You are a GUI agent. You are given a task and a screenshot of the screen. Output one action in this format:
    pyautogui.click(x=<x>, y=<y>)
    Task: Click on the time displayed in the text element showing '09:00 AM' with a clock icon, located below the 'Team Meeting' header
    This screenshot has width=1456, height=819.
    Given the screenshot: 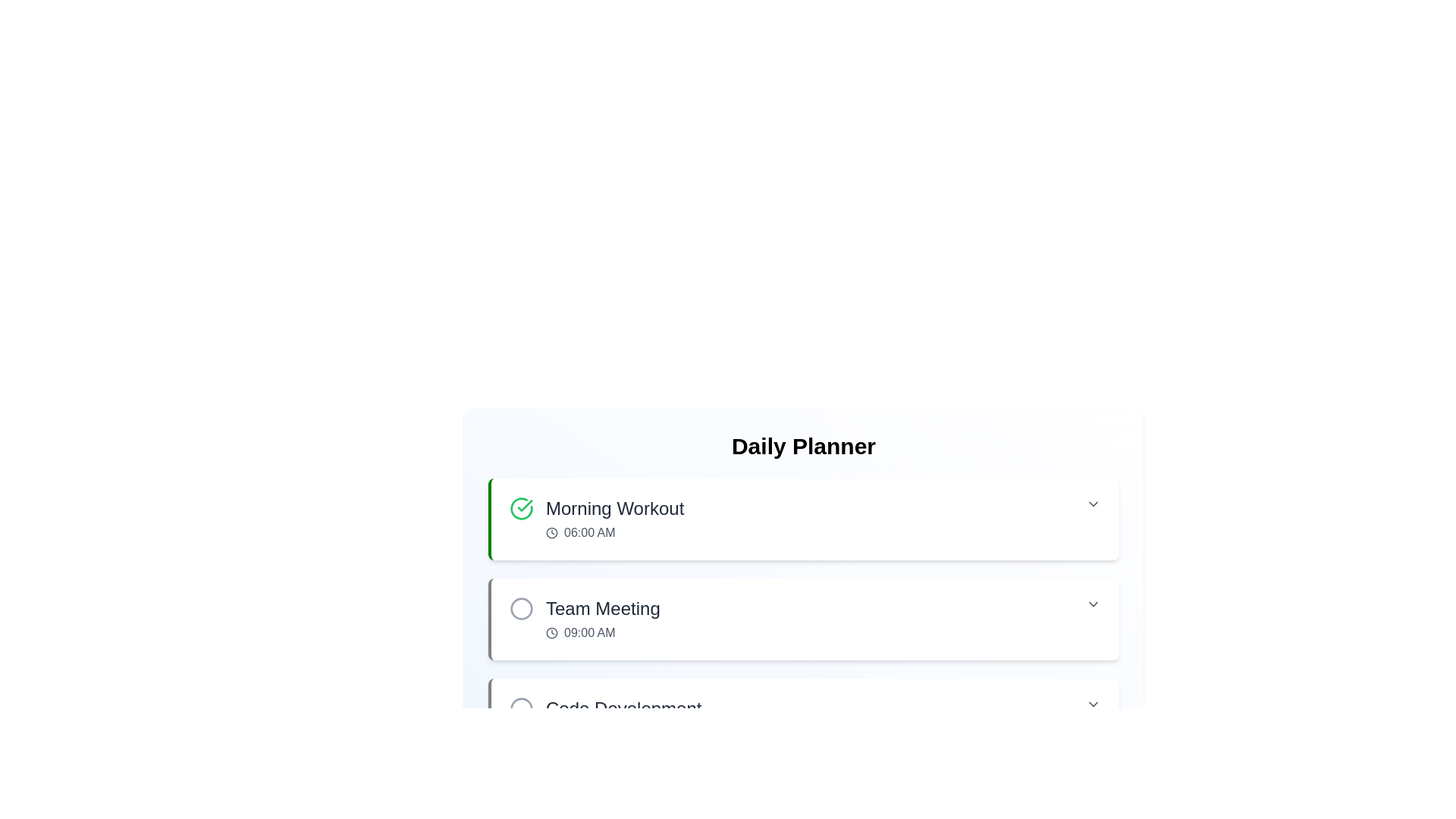 What is the action you would take?
    pyautogui.click(x=602, y=632)
    